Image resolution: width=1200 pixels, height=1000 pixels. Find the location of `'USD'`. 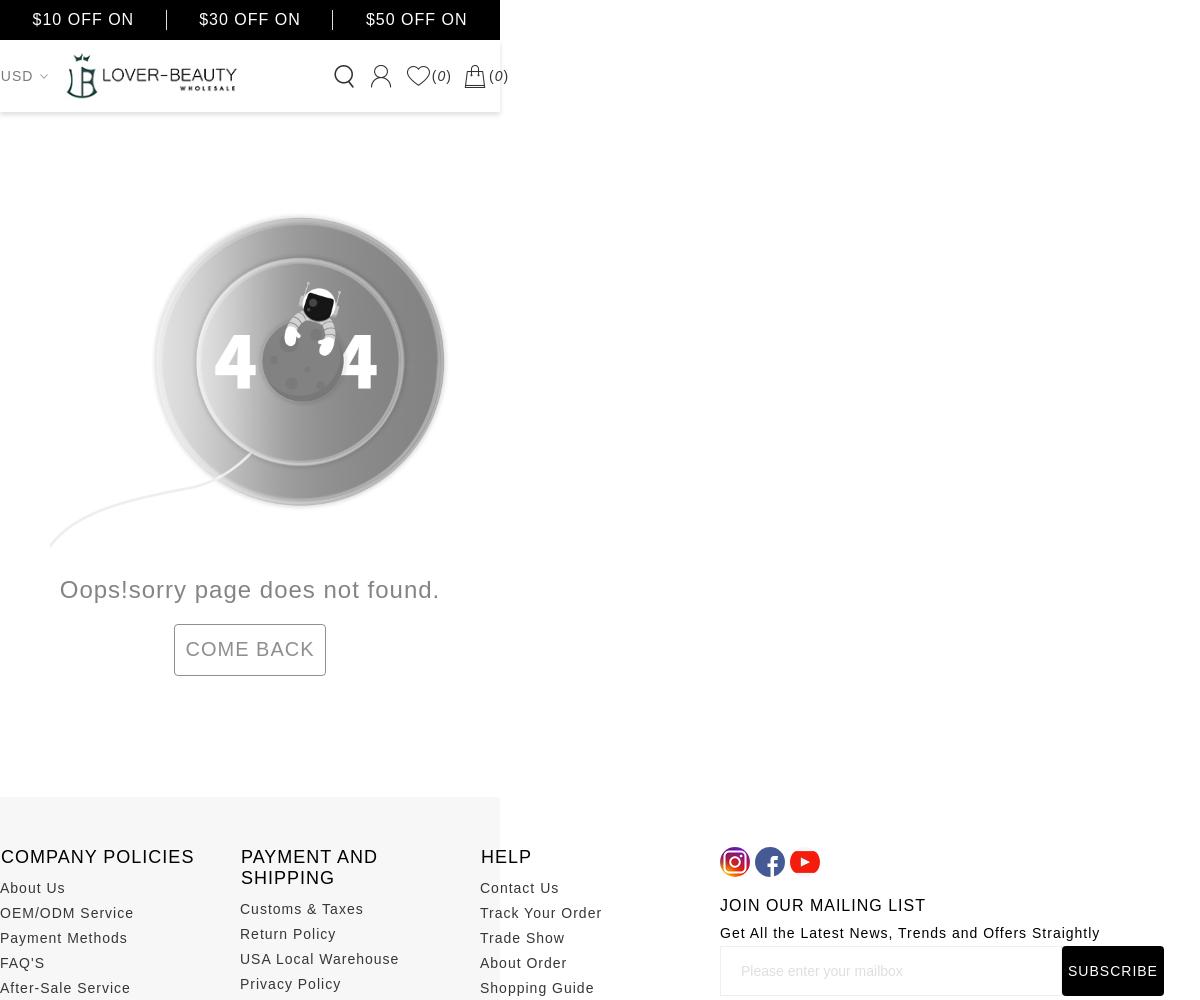

'USD' is located at coordinates (16, 75).